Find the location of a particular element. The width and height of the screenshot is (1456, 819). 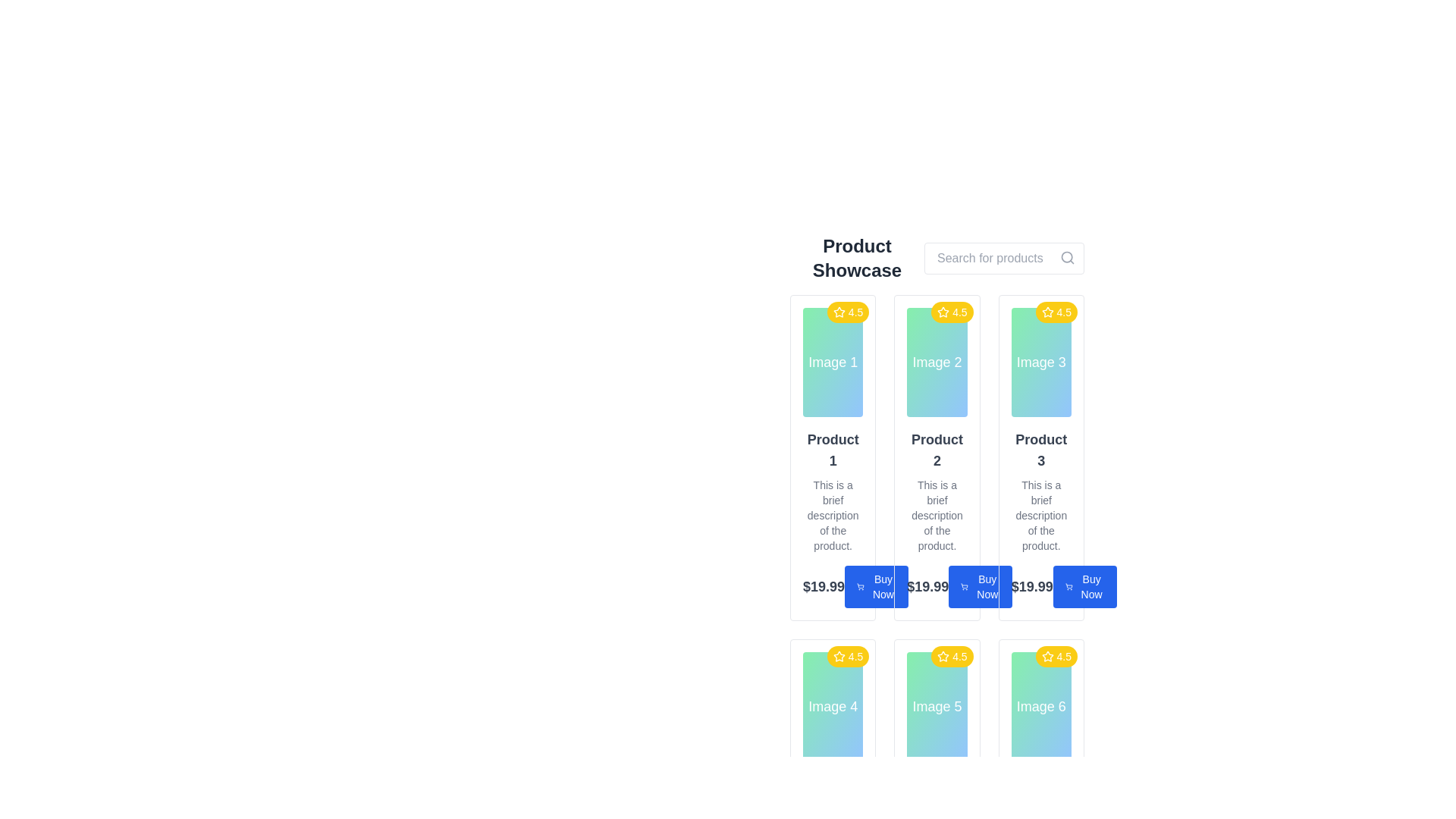

the text label displaying '$19.99', which is bold and large, located in the bottom section of the card for 'Product 3', to the left of the 'Buy Now' button is located at coordinates (1031, 586).